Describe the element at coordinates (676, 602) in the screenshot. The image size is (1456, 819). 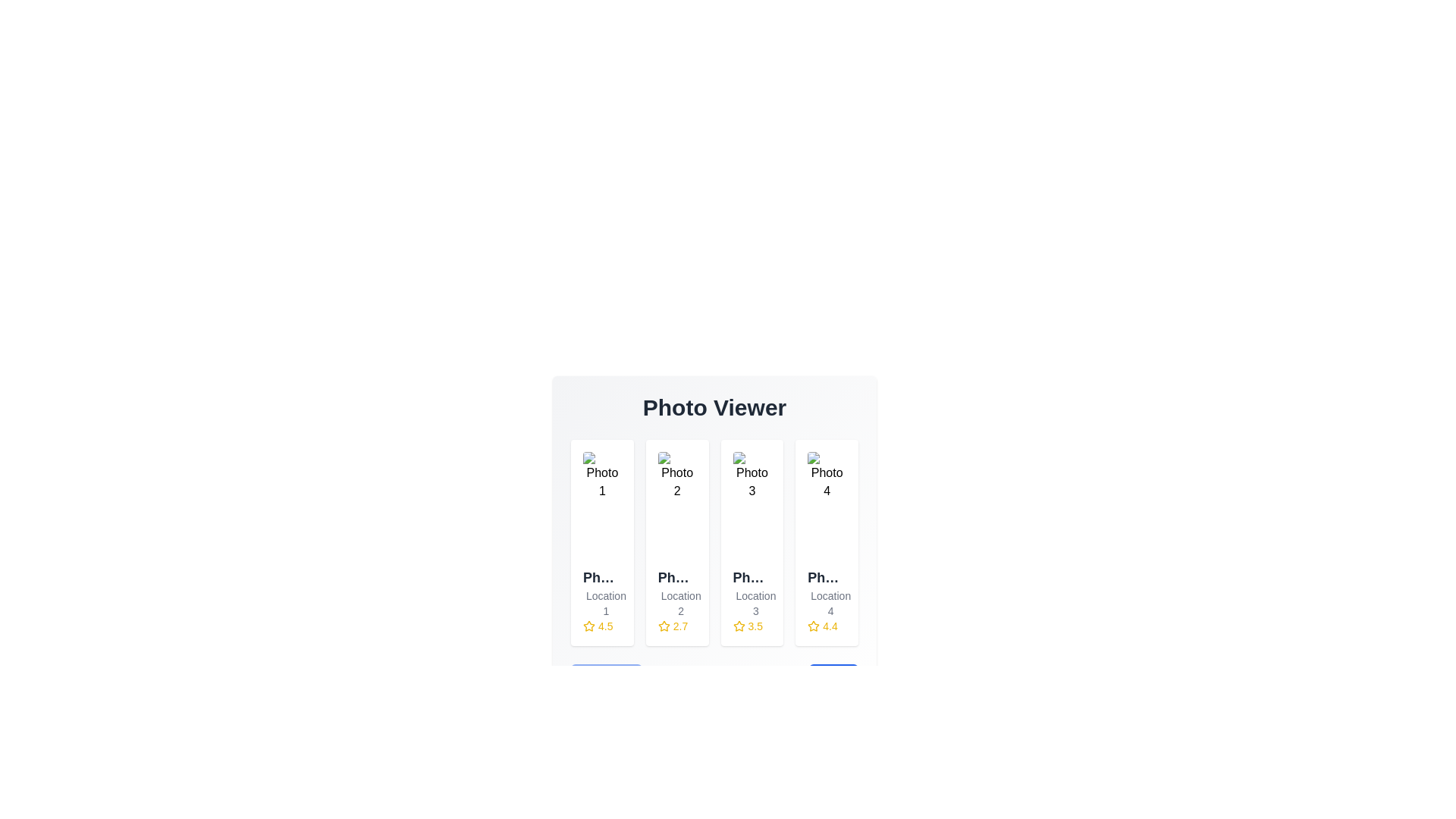
I see `the static text label that indicates the location associated with the photo shown in the second card of the grid, positioned beneath 'Photo 2' and above the rating element '2.7'` at that location.